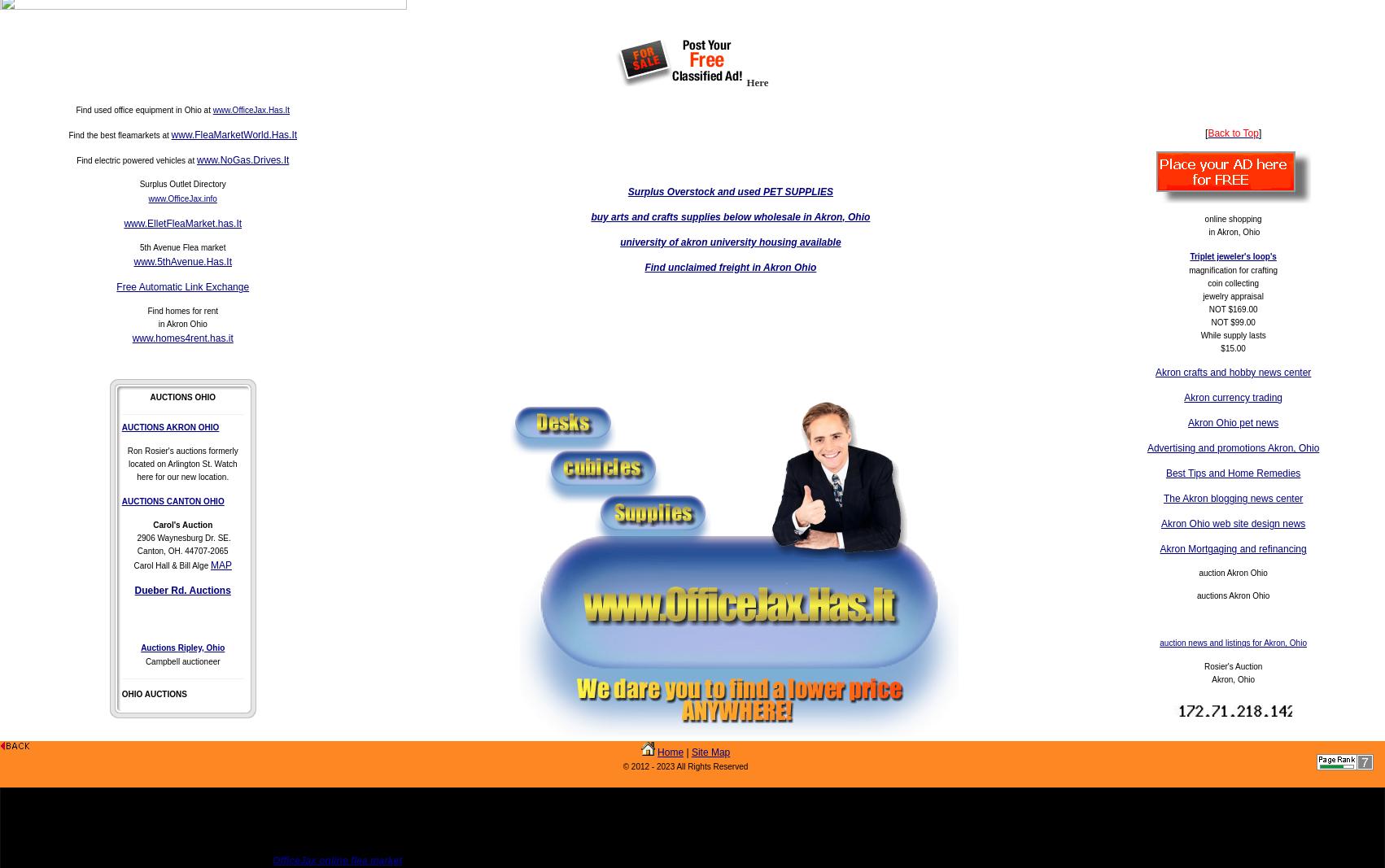 The height and width of the screenshot is (868, 1385). Describe the element at coordinates (172, 501) in the screenshot. I see `'AUCTIONS CANTON OHIO'` at that location.